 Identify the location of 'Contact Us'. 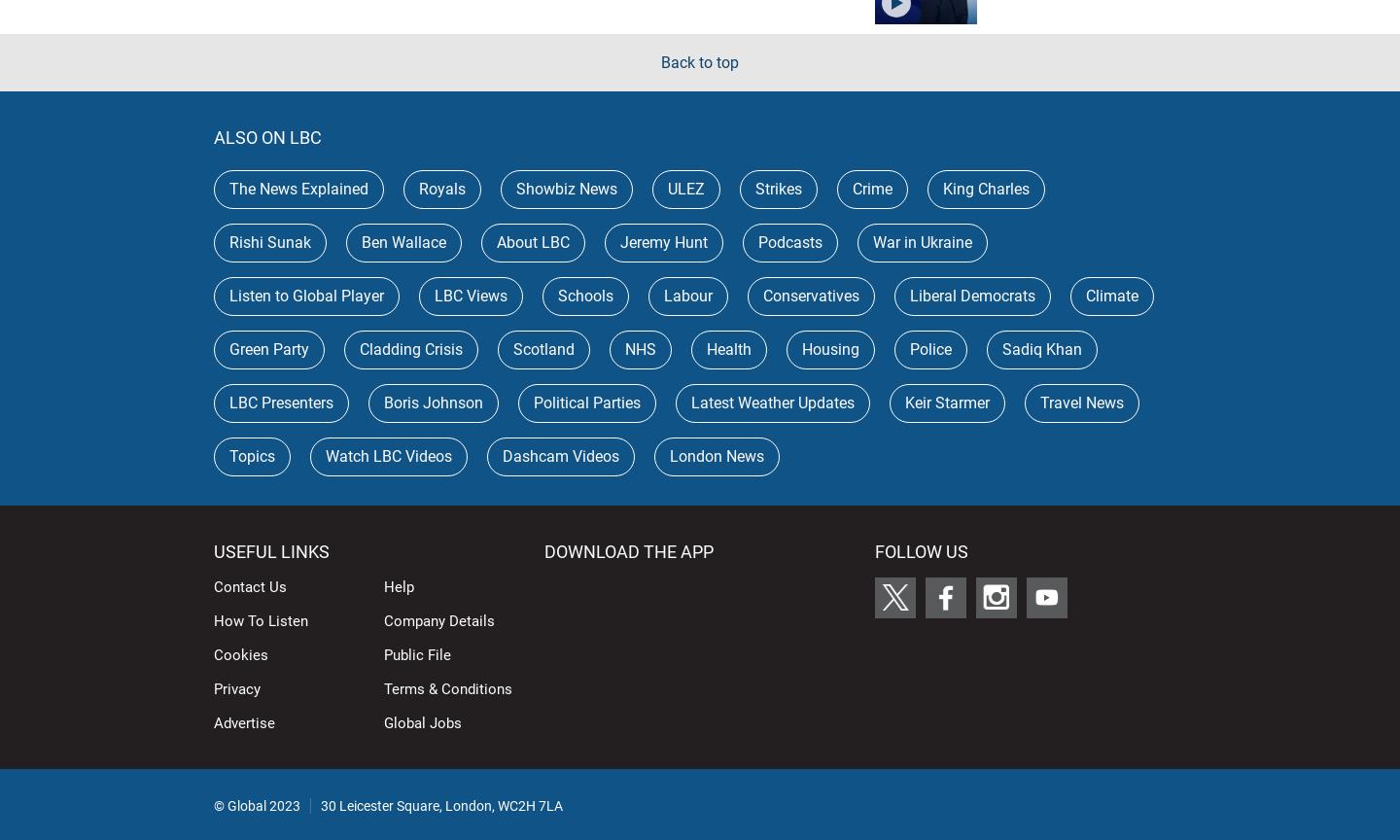
(214, 584).